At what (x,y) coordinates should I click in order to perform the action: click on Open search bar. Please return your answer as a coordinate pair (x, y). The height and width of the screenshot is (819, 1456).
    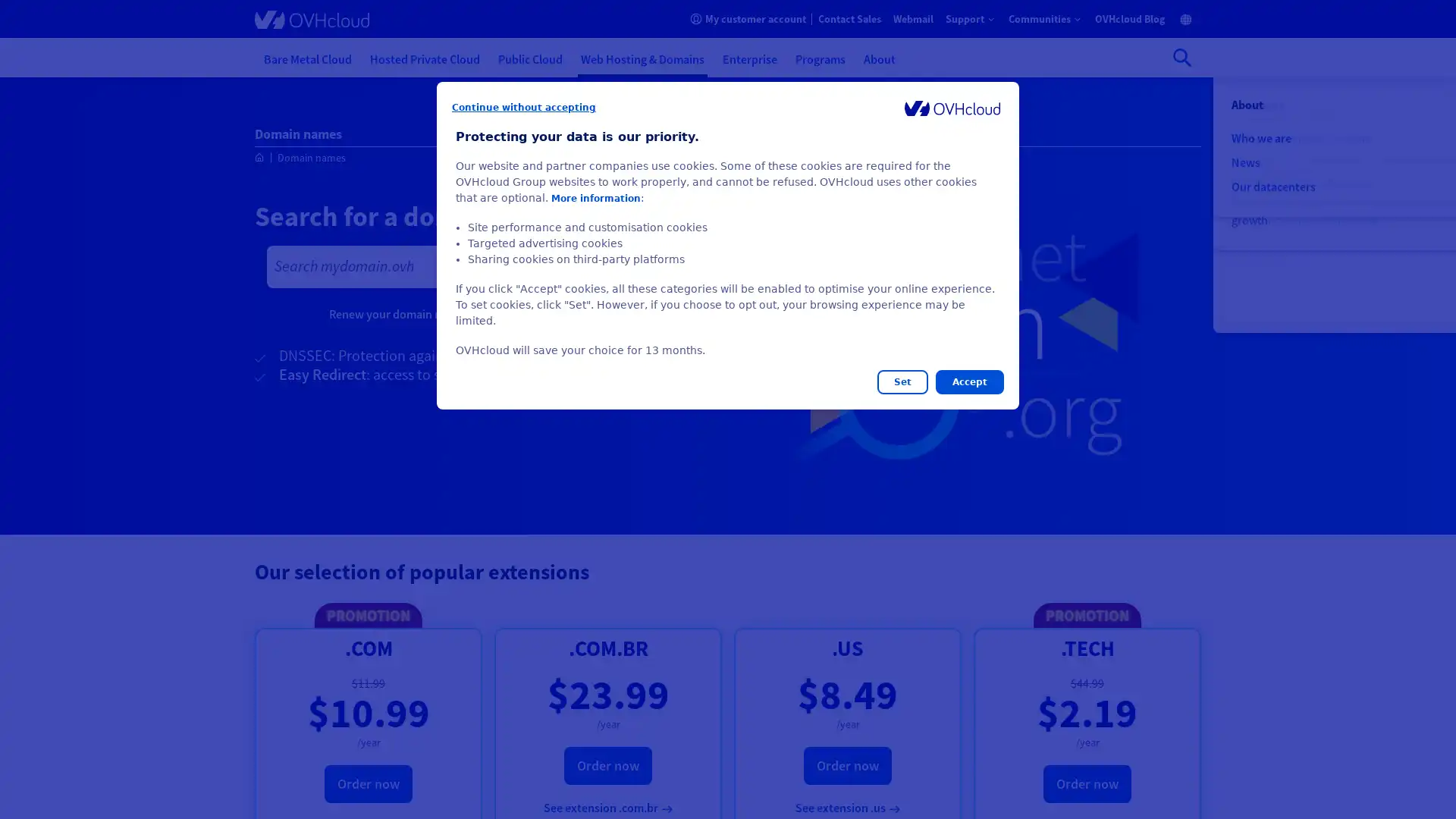
    Looking at the image, I should click on (1181, 57).